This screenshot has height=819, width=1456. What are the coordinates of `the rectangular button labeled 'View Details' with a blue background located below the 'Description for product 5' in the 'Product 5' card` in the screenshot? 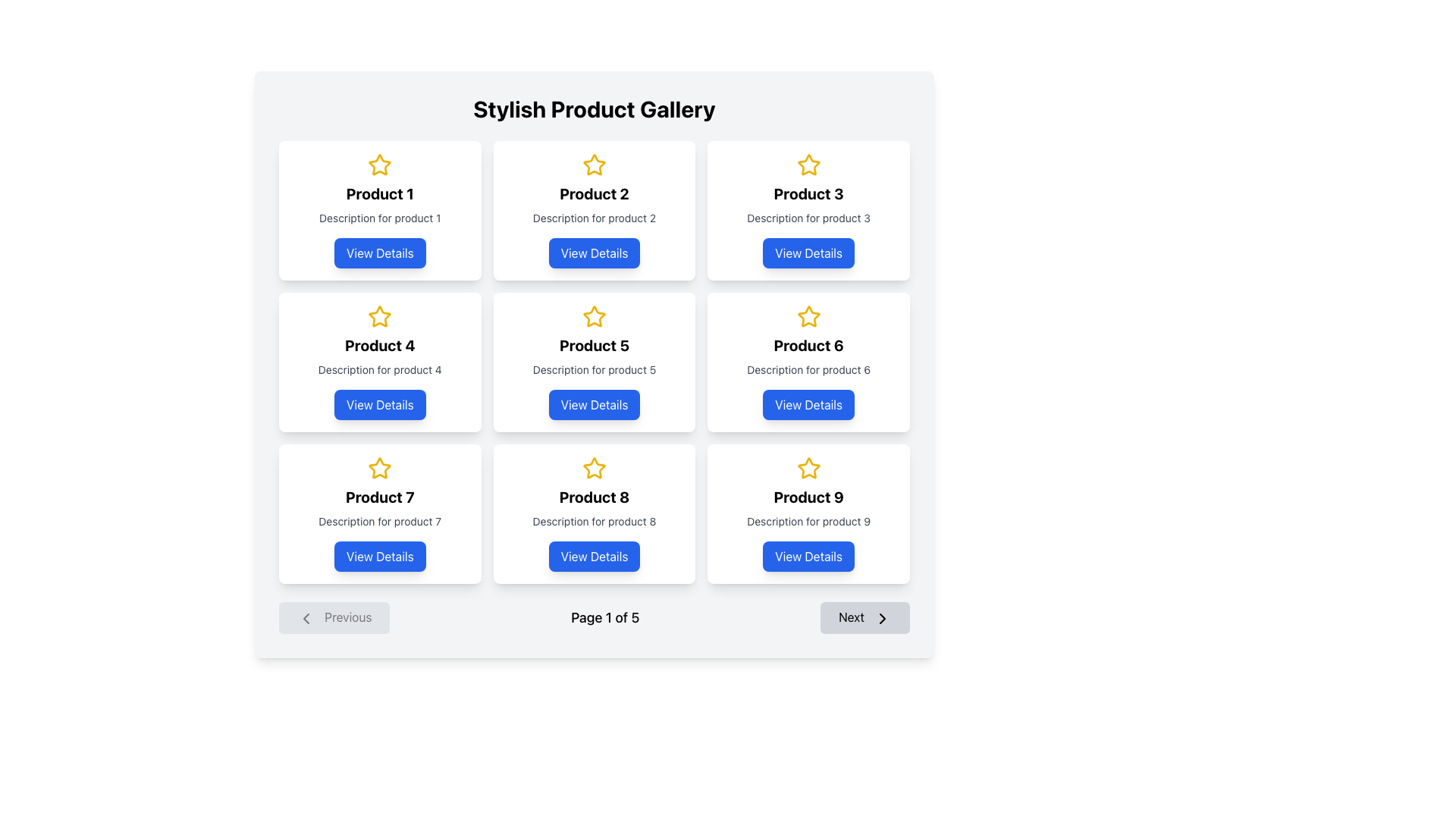 It's located at (593, 403).